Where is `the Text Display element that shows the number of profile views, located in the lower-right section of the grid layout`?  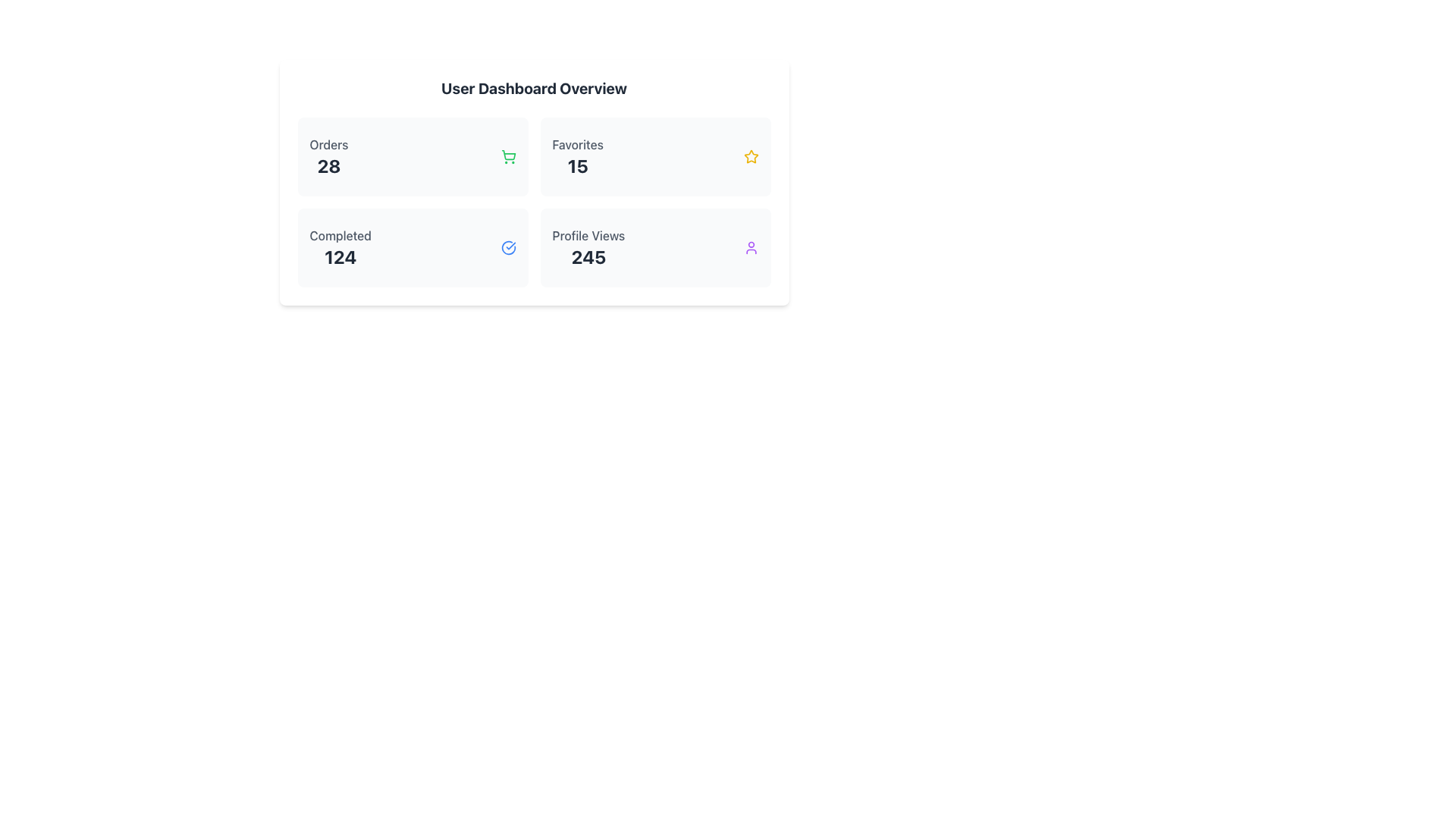 the Text Display element that shows the number of profile views, located in the lower-right section of the grid layout is located at coordinates (588, 247).